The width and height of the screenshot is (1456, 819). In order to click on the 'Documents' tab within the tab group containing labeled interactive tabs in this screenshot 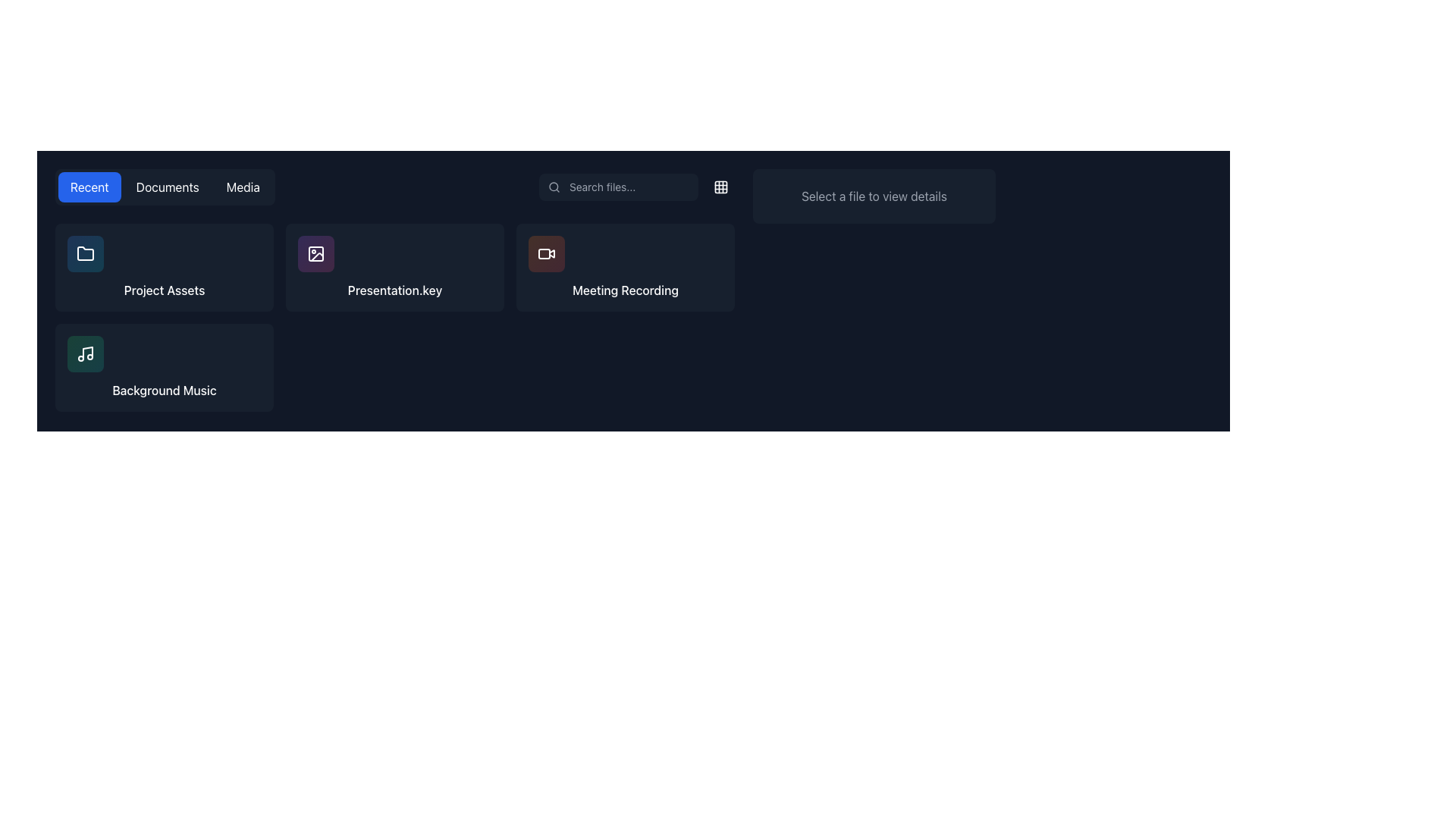, I will do `click(165, 186)`.